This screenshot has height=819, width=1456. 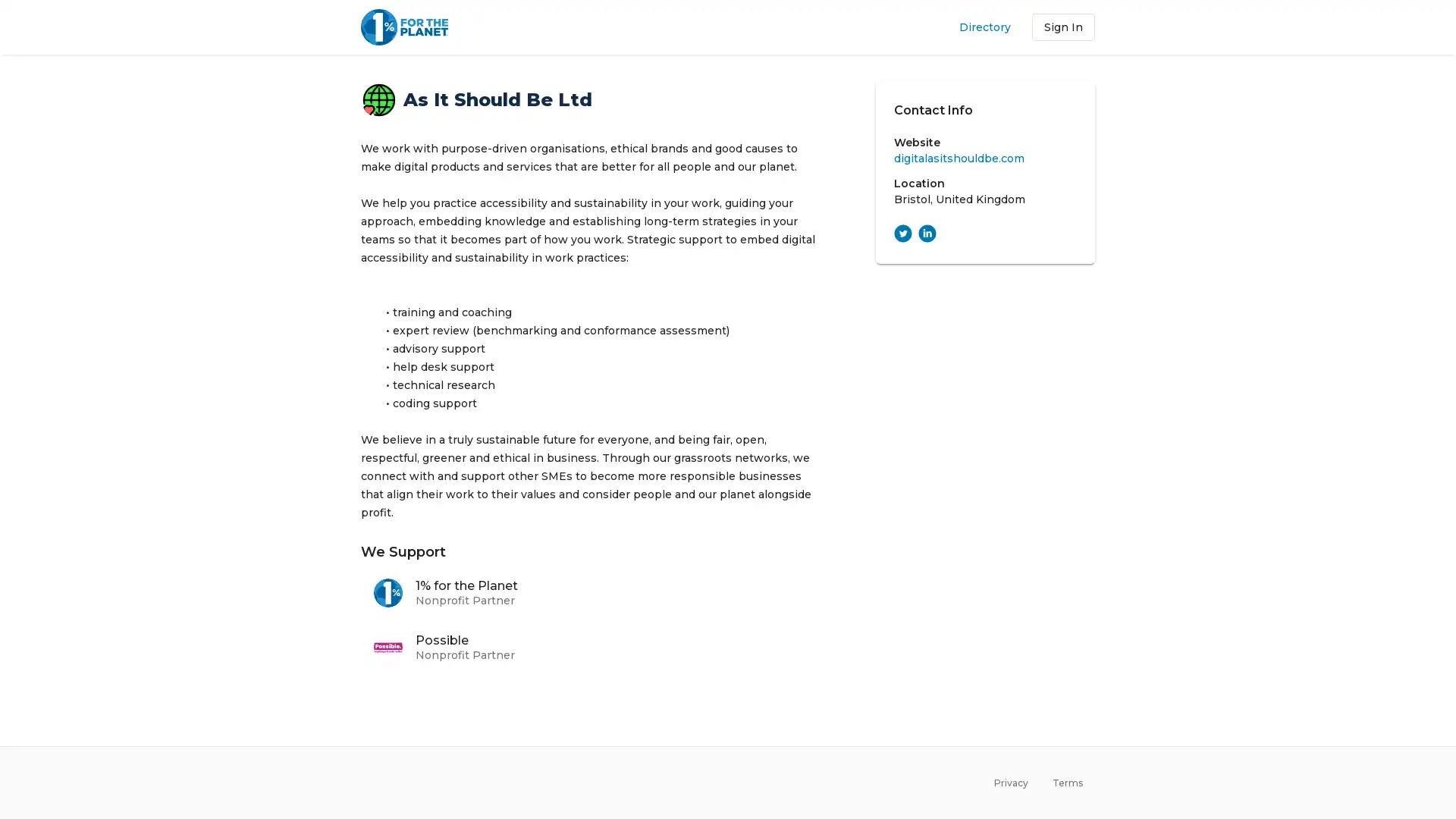 What do you see at coordinates (1062, 27) in the screenshot?
I see `Sign In` at bounding box center [1062, 27].